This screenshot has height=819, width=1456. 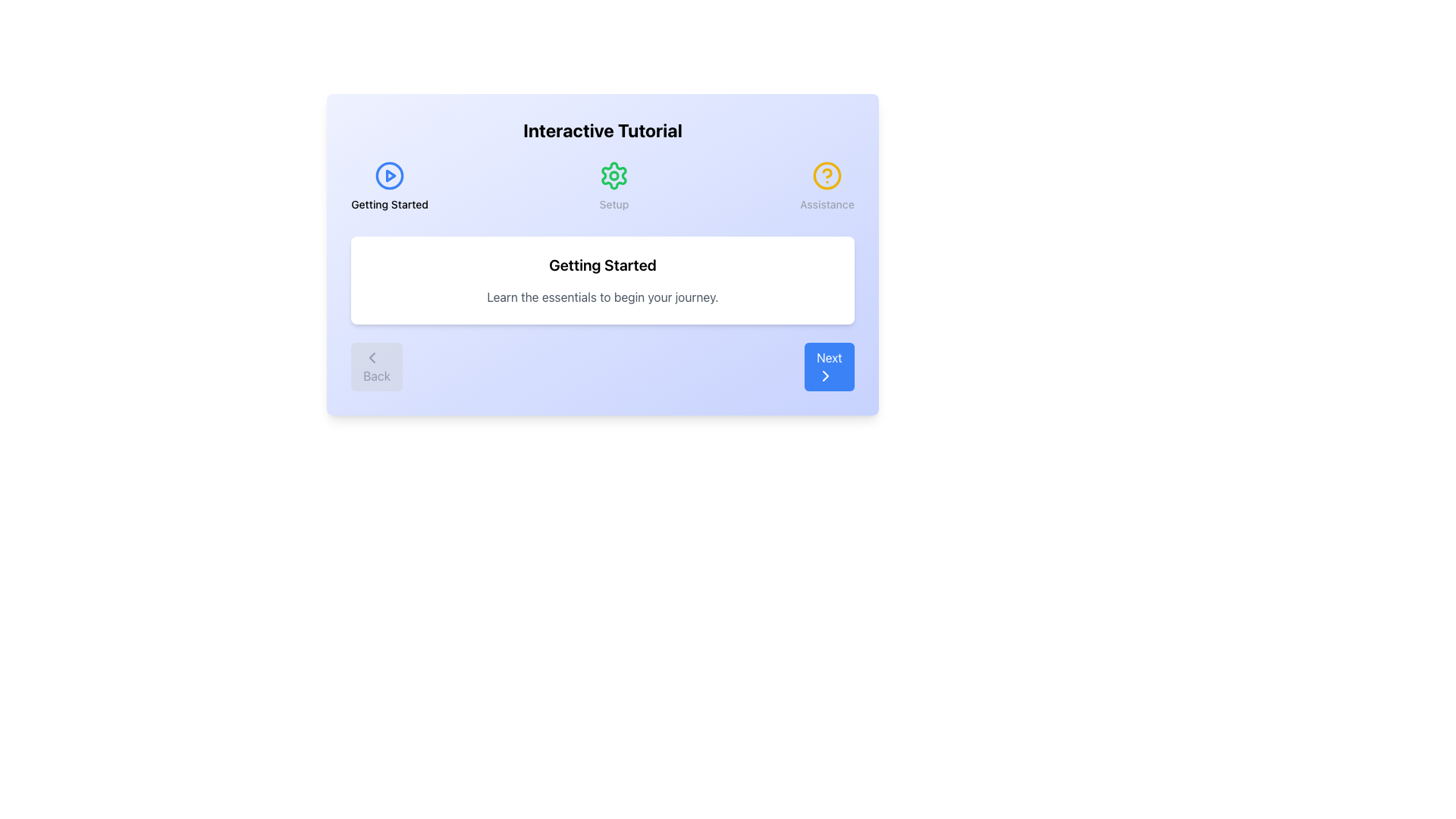 What do you see at coordinates (614, 174) in the screenshot?
I see `the green cogwheel icon located centrally above the 'Setup' label in the 'Interactive Tutorial' interface` at bounding box center [614, 174].